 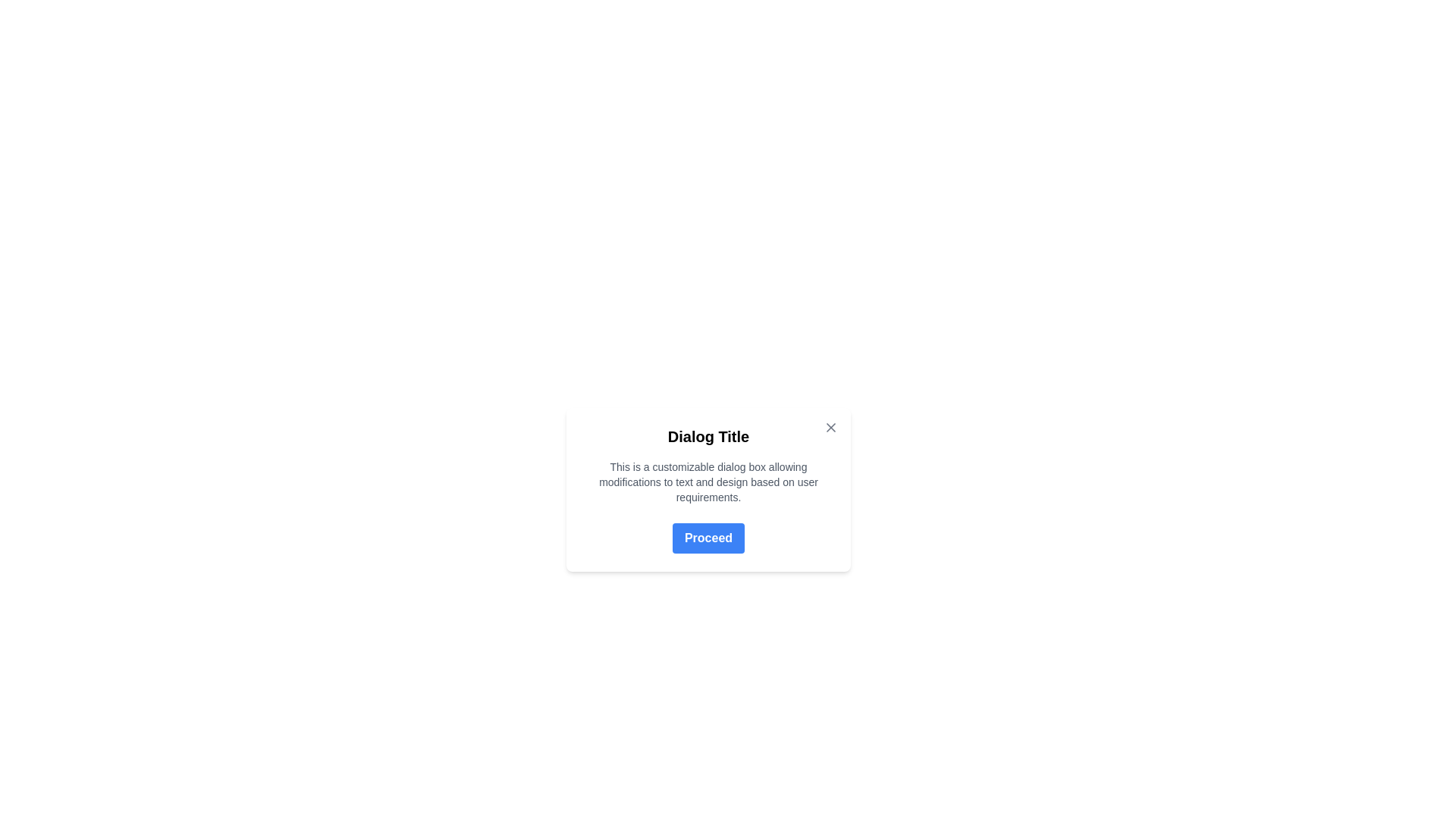 What do you see at coordinates (830, 427) in the screenshot?
I see `the close button located at the top-right corner of the dialog box to change its color` at bounding box center [830, 427].